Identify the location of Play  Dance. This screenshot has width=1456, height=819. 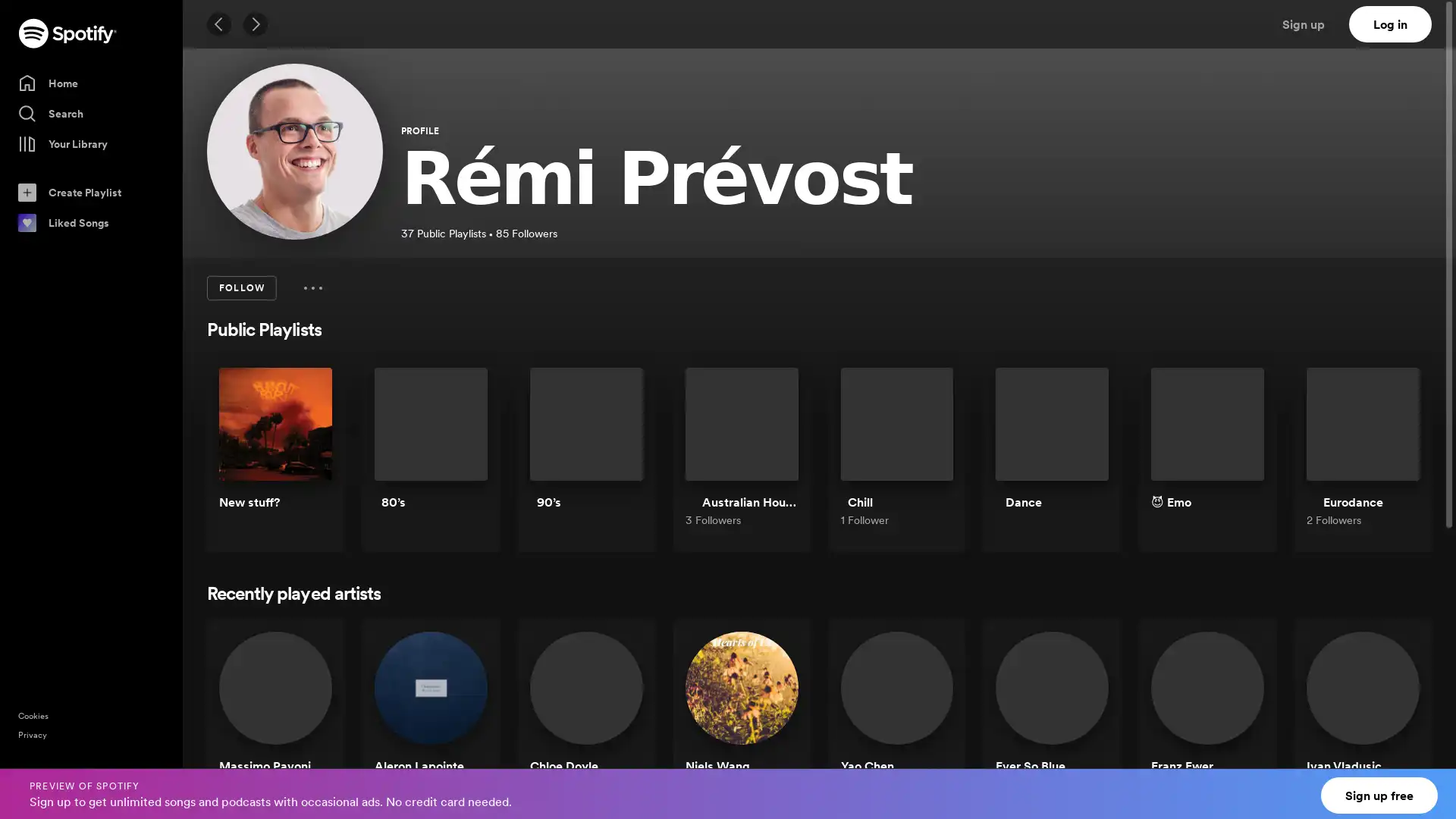
(1084, 461).